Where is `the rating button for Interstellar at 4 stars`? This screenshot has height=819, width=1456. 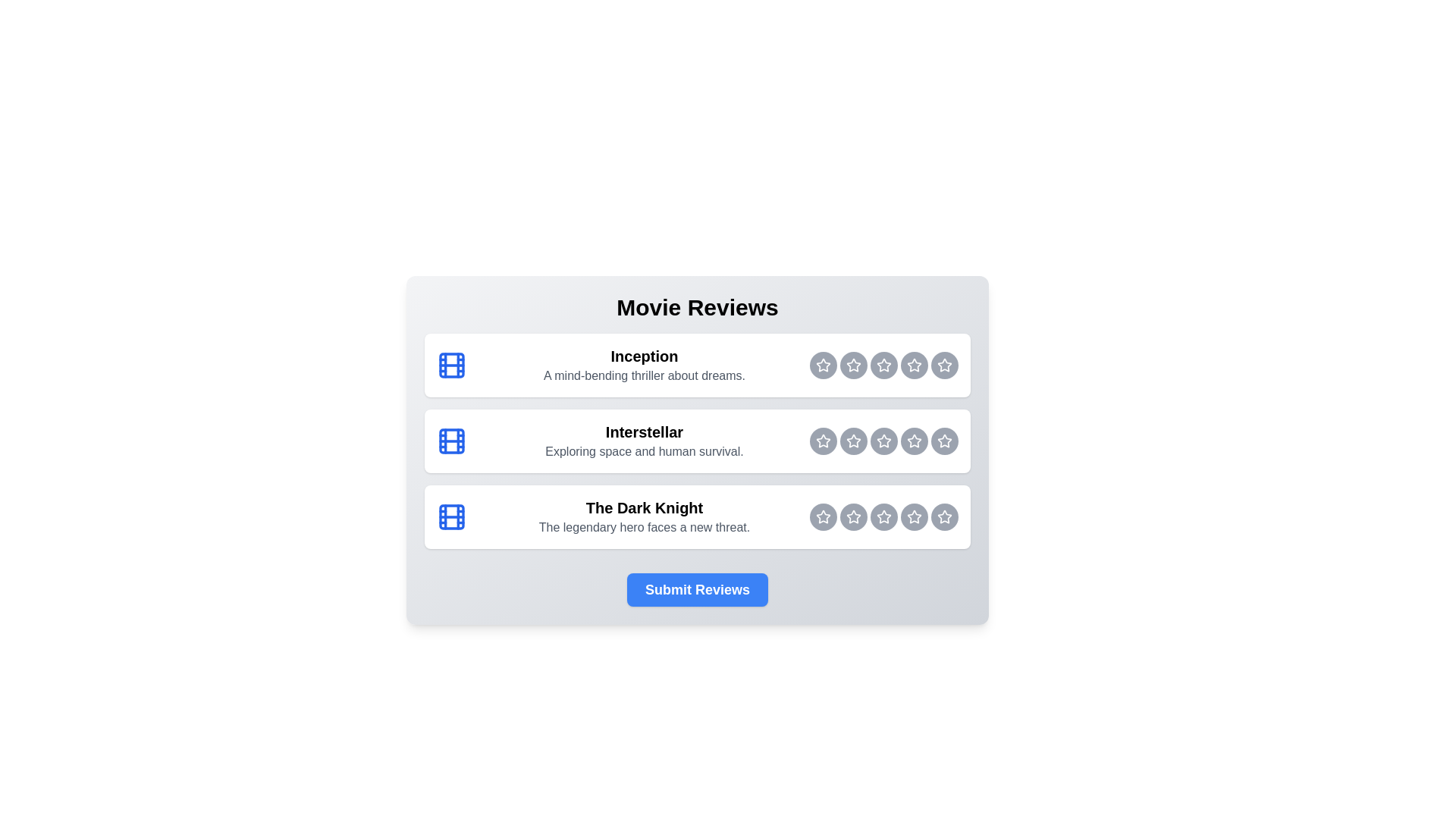 the rating button for Interstellar at 4 stars is located at coordinates (913, 441).